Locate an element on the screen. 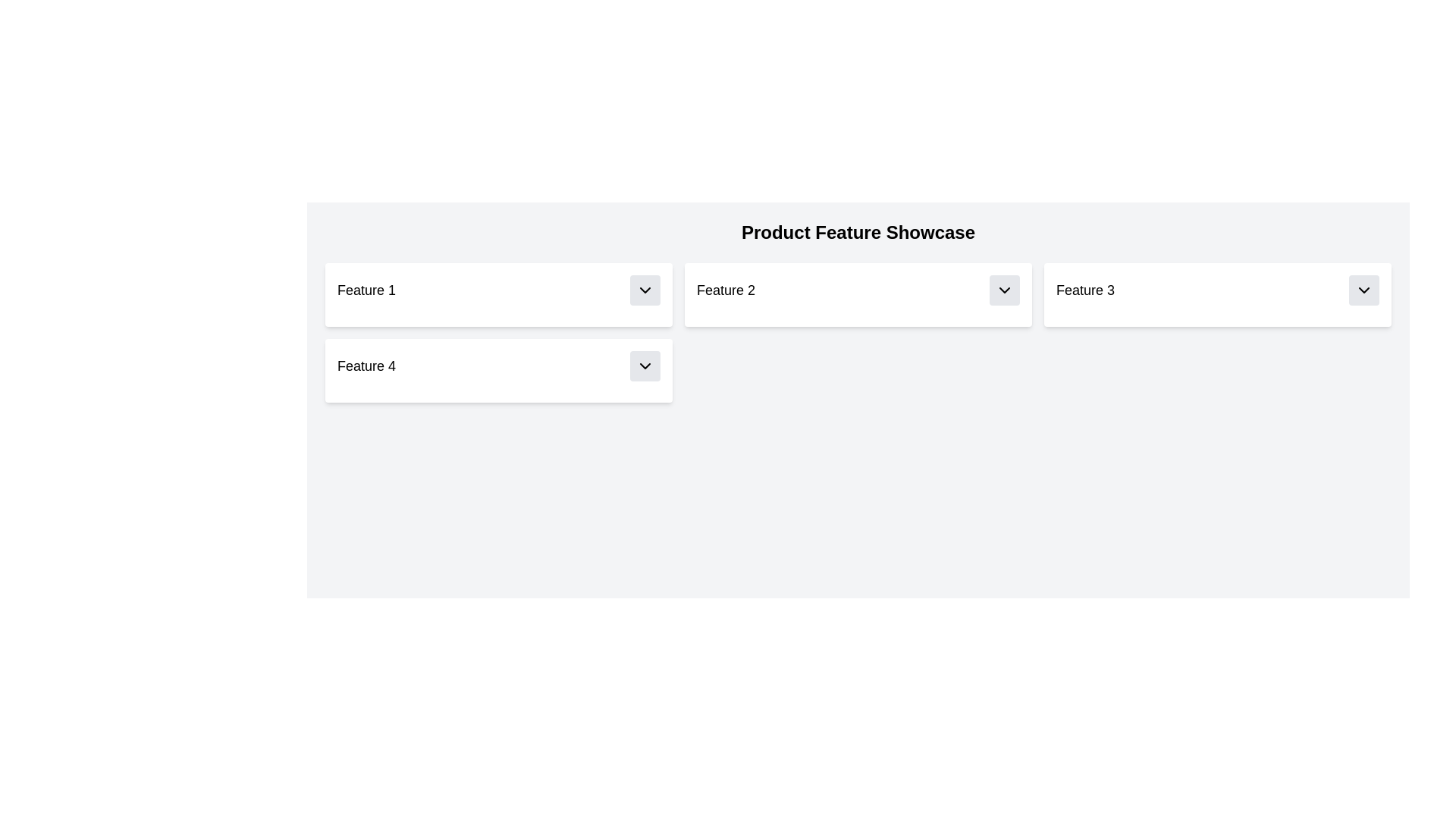 The height and width of the screenshot is (819, 1456). the text label displaying 'Feature 3' in bold style located at the upper-right card of the grid-like arrangement of feature descriptions is located at coordinates (1084, 290).